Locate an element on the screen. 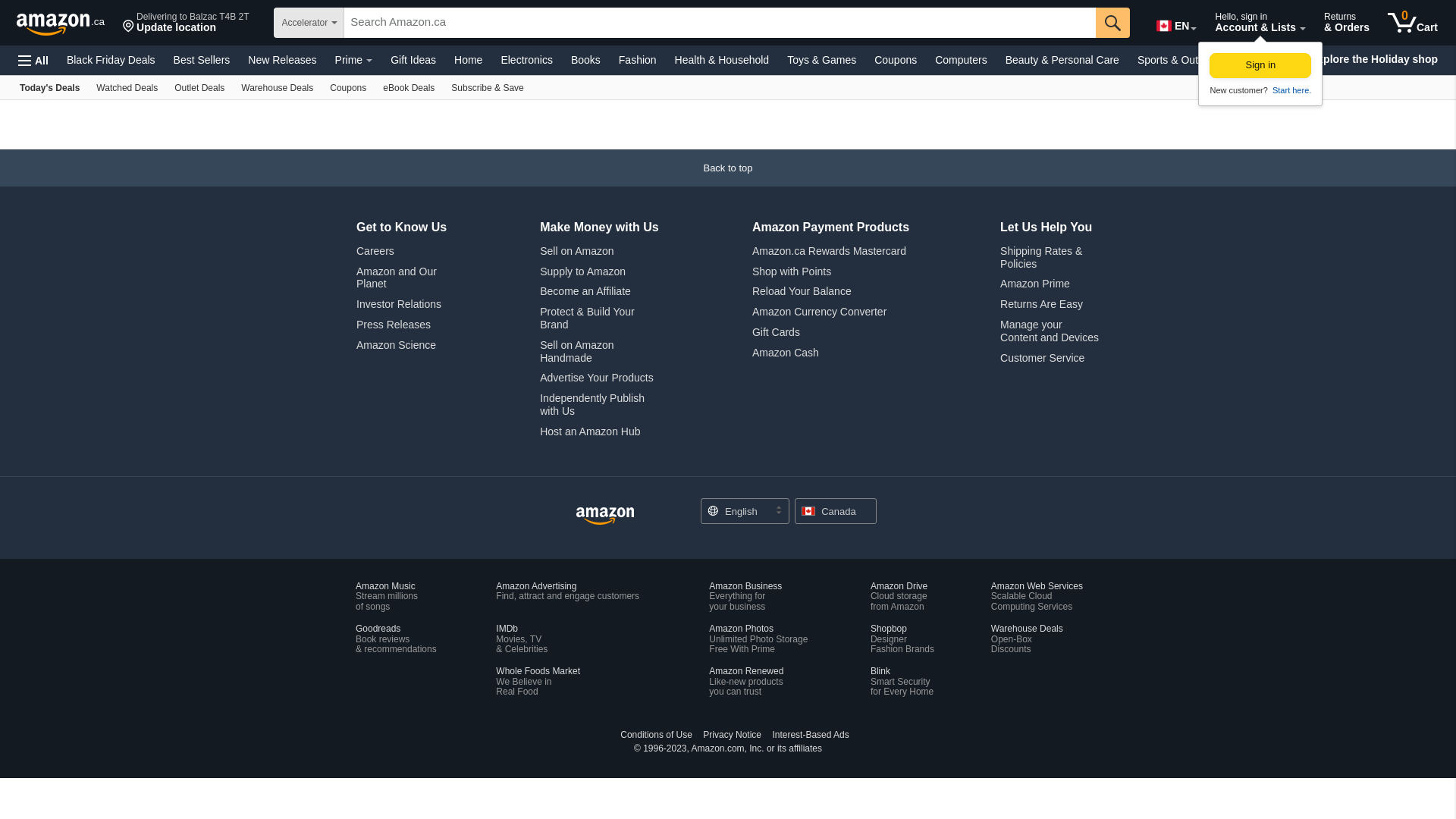  'New Releases' is located at coordinates (238, 58).